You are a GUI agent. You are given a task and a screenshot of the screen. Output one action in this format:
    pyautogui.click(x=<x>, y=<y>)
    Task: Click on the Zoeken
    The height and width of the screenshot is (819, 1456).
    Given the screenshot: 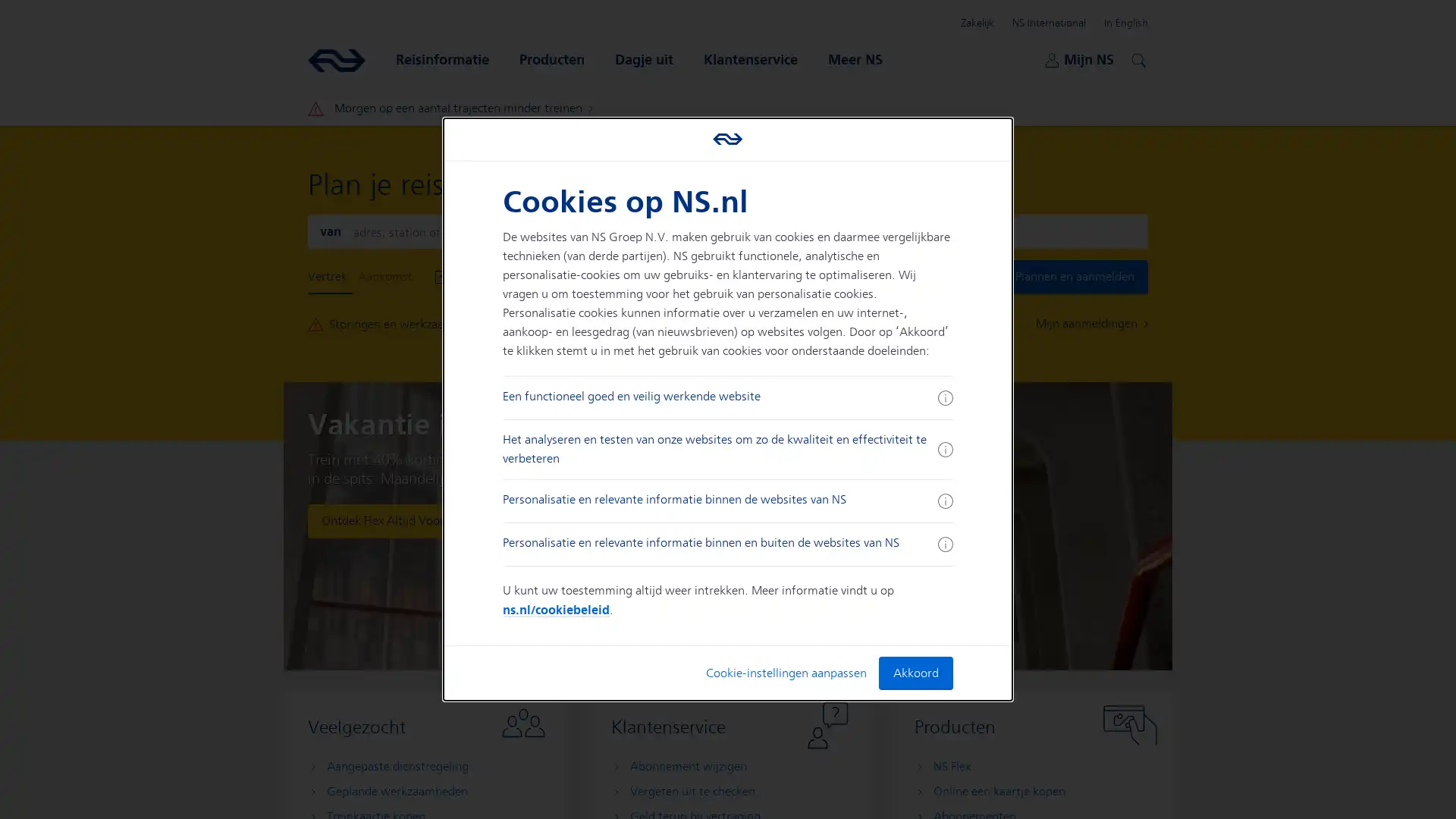 What is the action you would take?
    pyautogui.click(x=1136, y=58)
    